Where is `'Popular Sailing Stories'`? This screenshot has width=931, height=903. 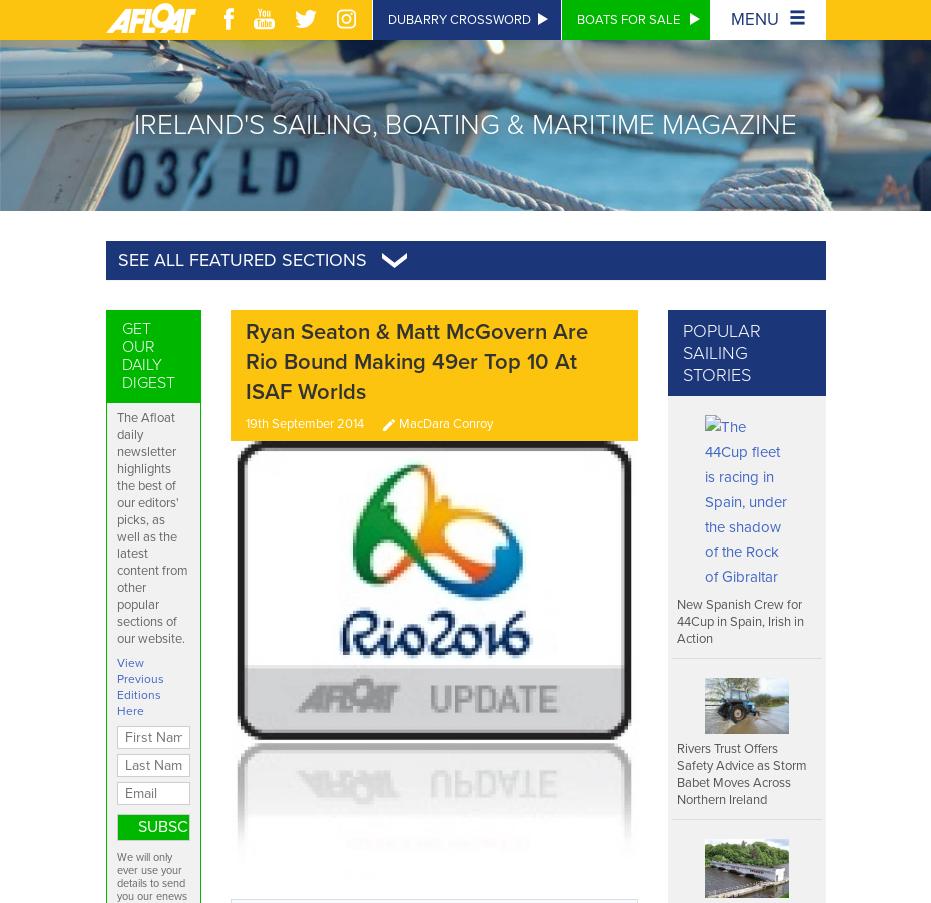 'Popular Sailing Stories' is located at coordinates (720, 352).